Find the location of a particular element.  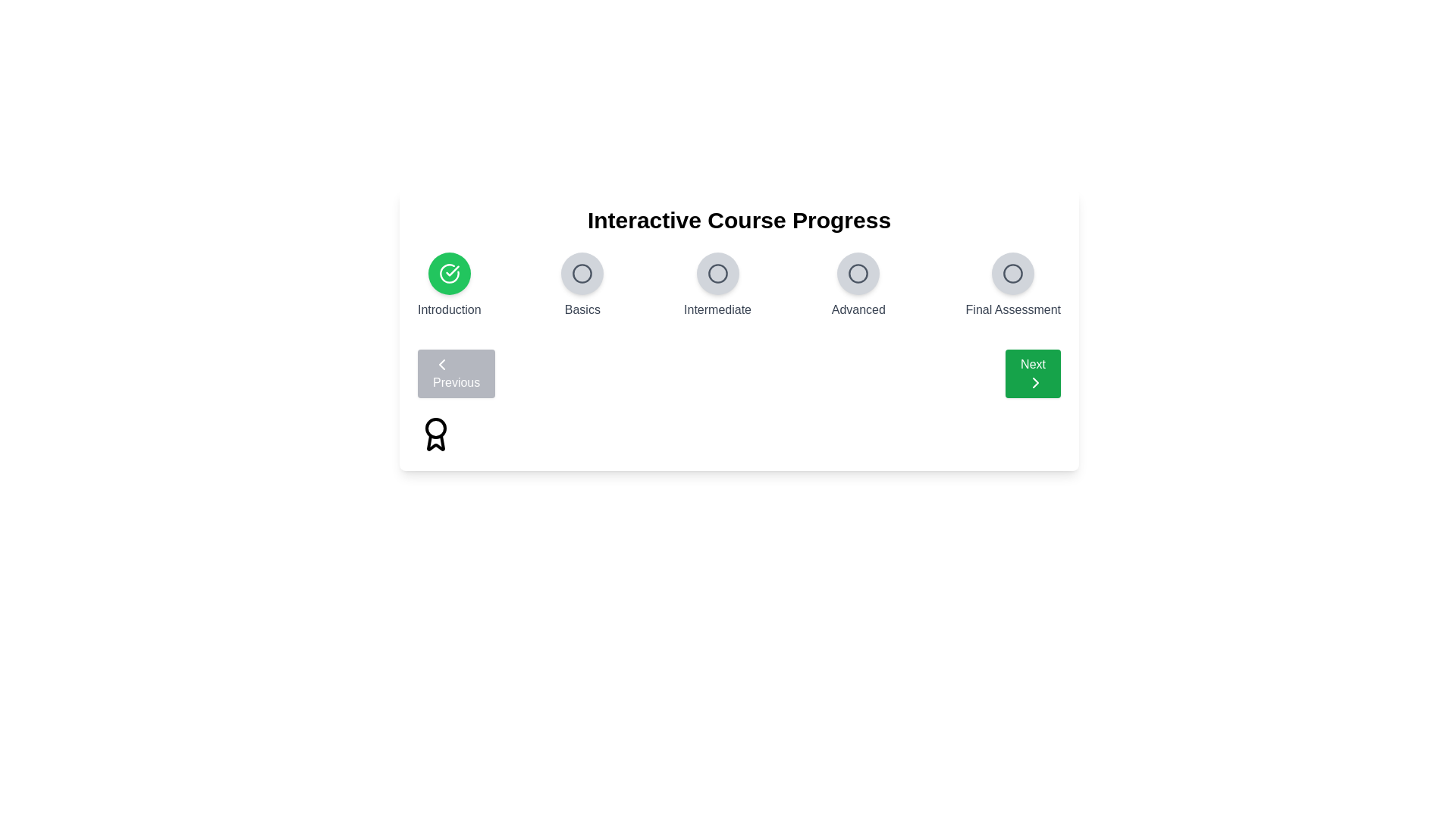

the Text Label displaying 'Intermediate' in the 'Interactive Course Progress' section, which is styled with a medium-sized gray font and positioned under the corresponding circular indicator is located at coordinates (717, 309).